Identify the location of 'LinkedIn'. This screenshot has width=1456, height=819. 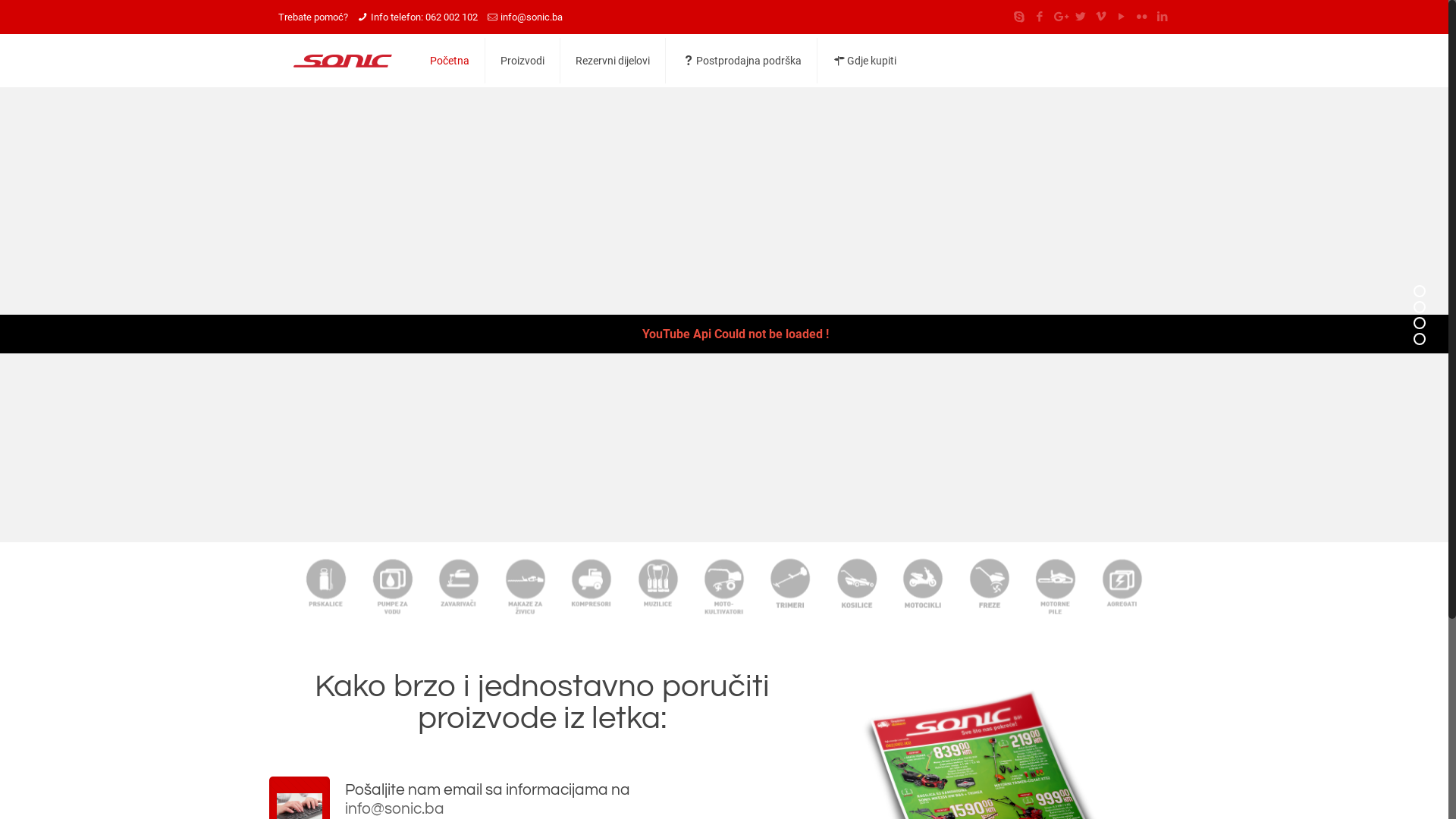
(1161, 17).